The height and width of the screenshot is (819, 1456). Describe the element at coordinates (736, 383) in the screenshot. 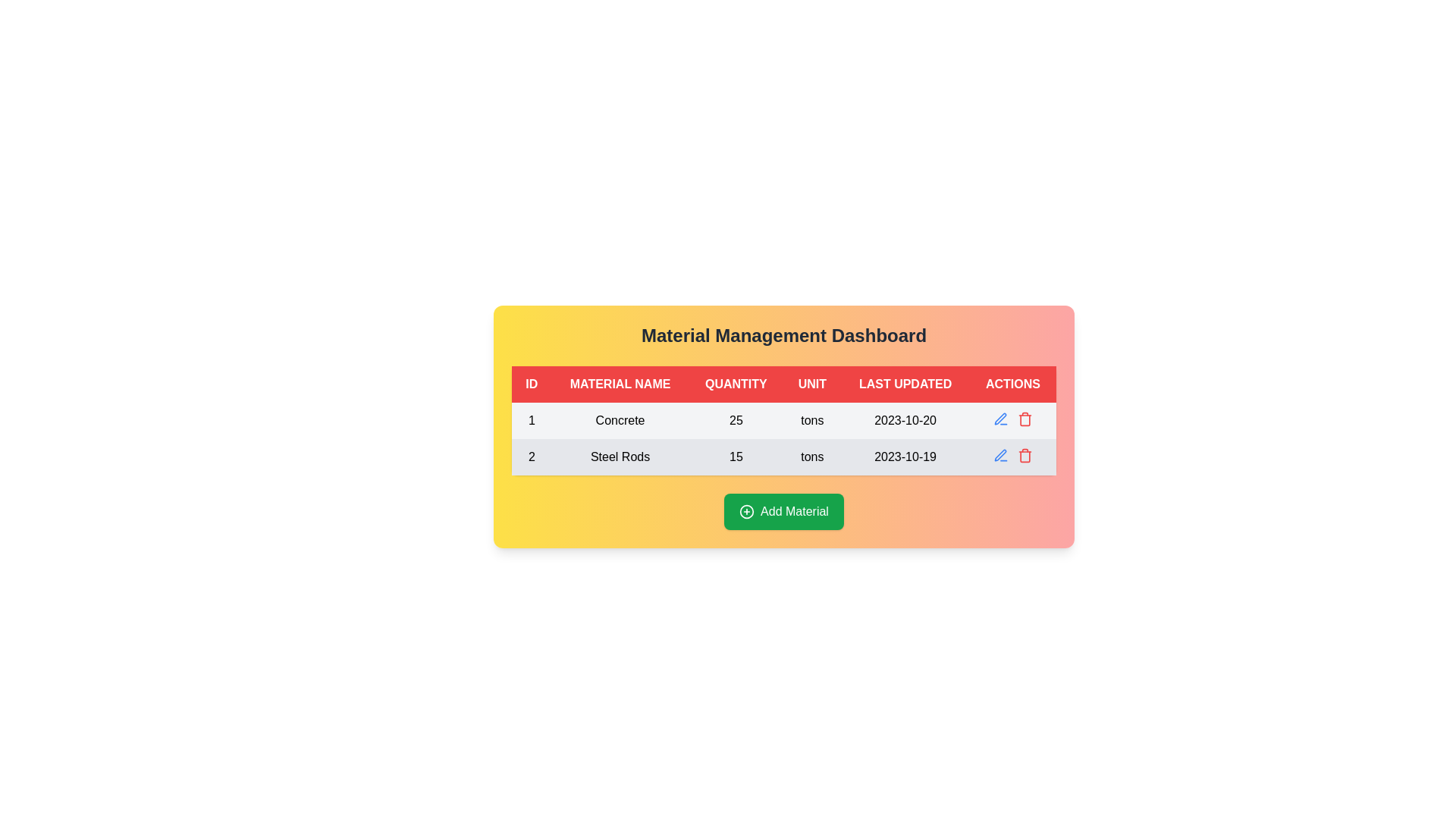

I see `the 'Quantity' header in the table, which is the third item in the header row following 'Material Name' and preceding 'Unit'` at that location.